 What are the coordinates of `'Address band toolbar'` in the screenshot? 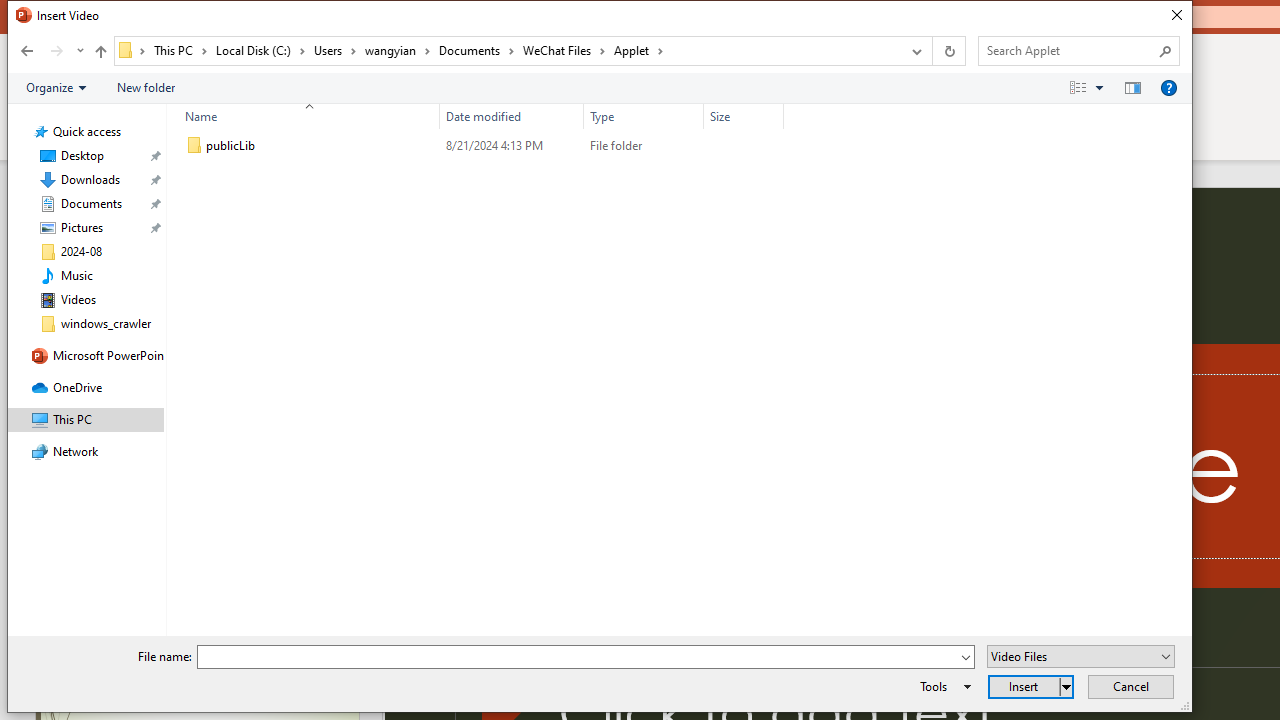 It's located at (930, 50).